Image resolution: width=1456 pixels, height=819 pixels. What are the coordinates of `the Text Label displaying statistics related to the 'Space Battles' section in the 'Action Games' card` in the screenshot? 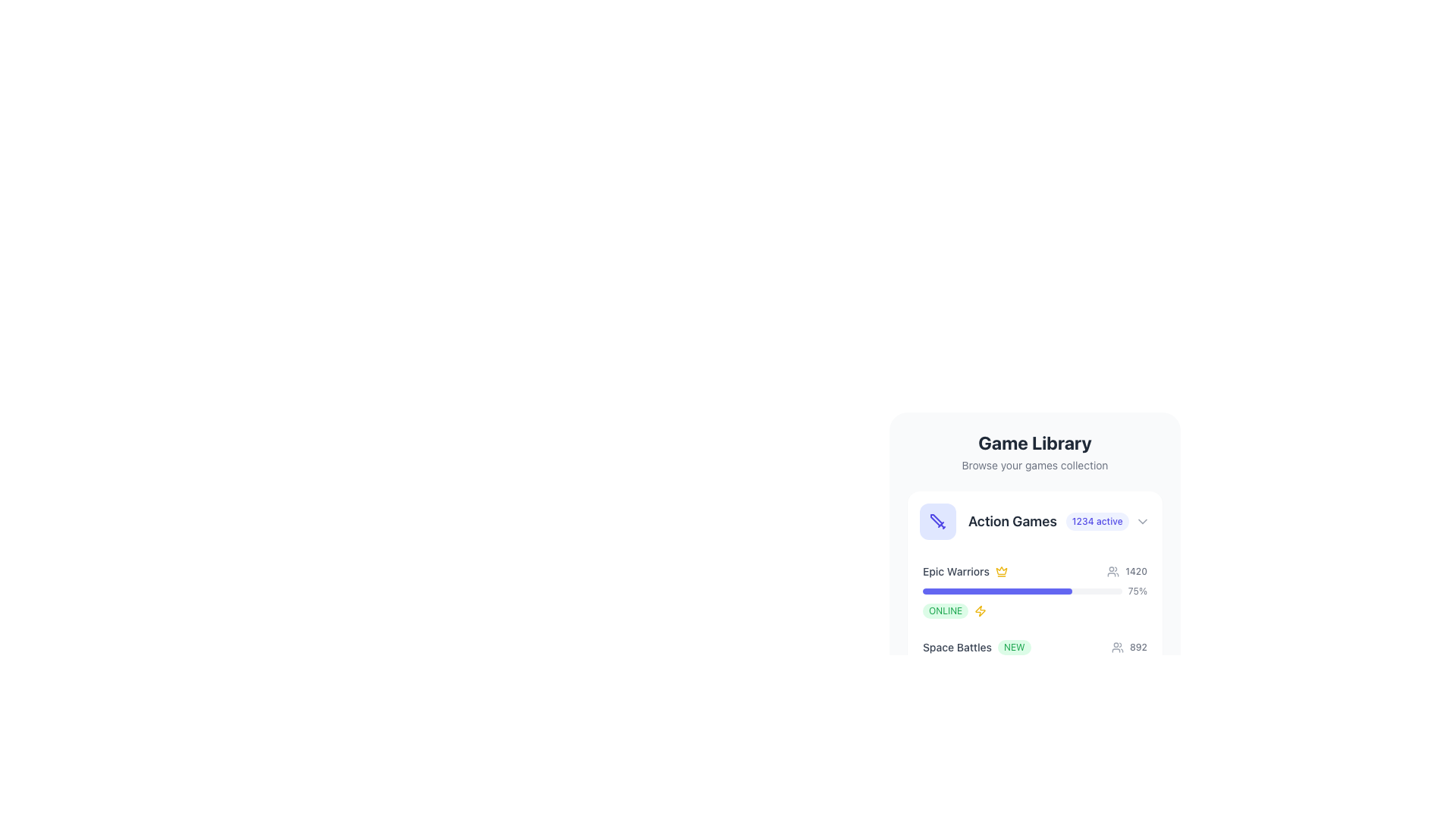 It's located at (1129, 647).